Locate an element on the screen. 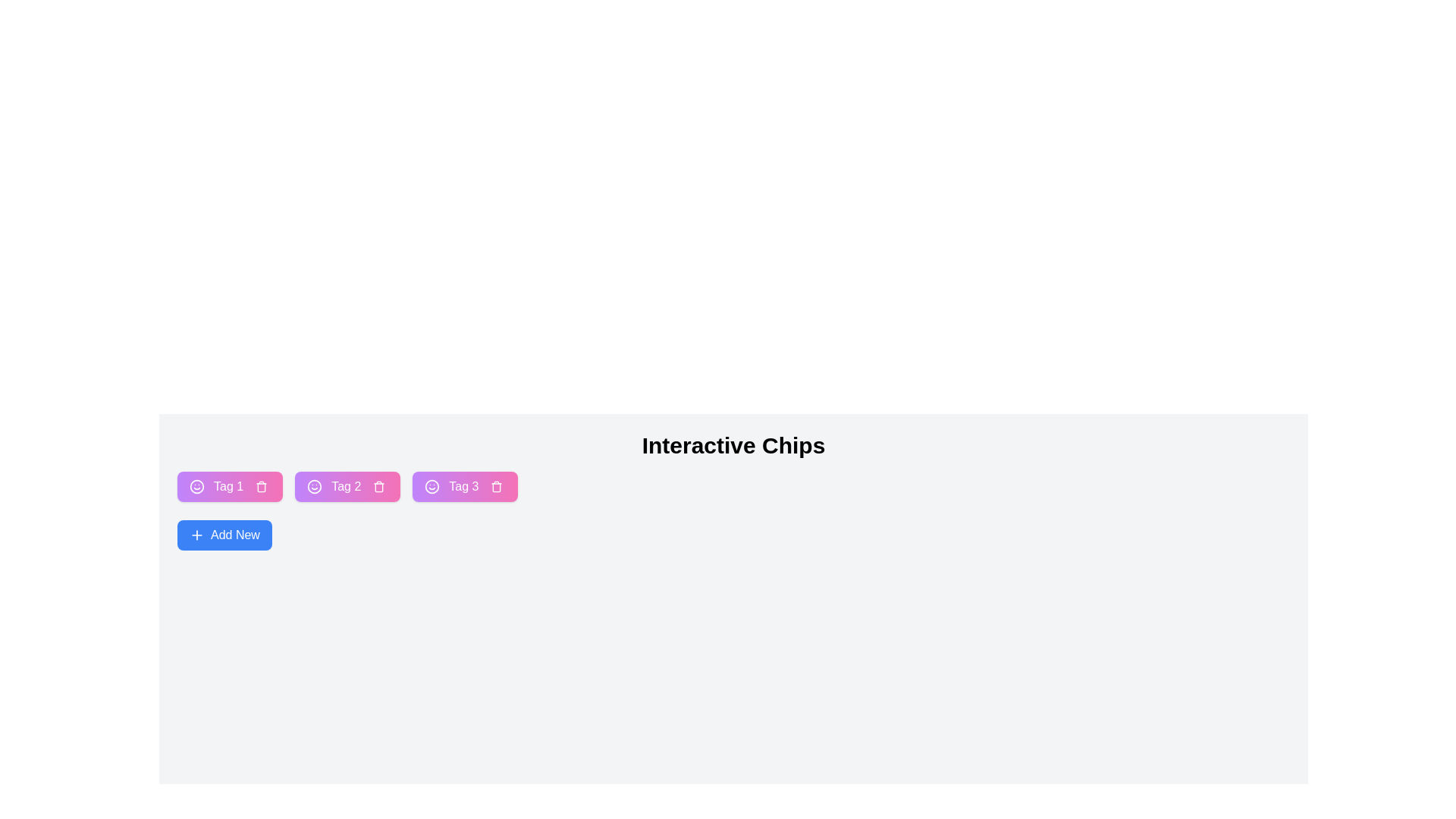 This screenshot has width=1456, height=819. the smile icon of the chip labeled Tag 2 is located at coordinates (313, 486).